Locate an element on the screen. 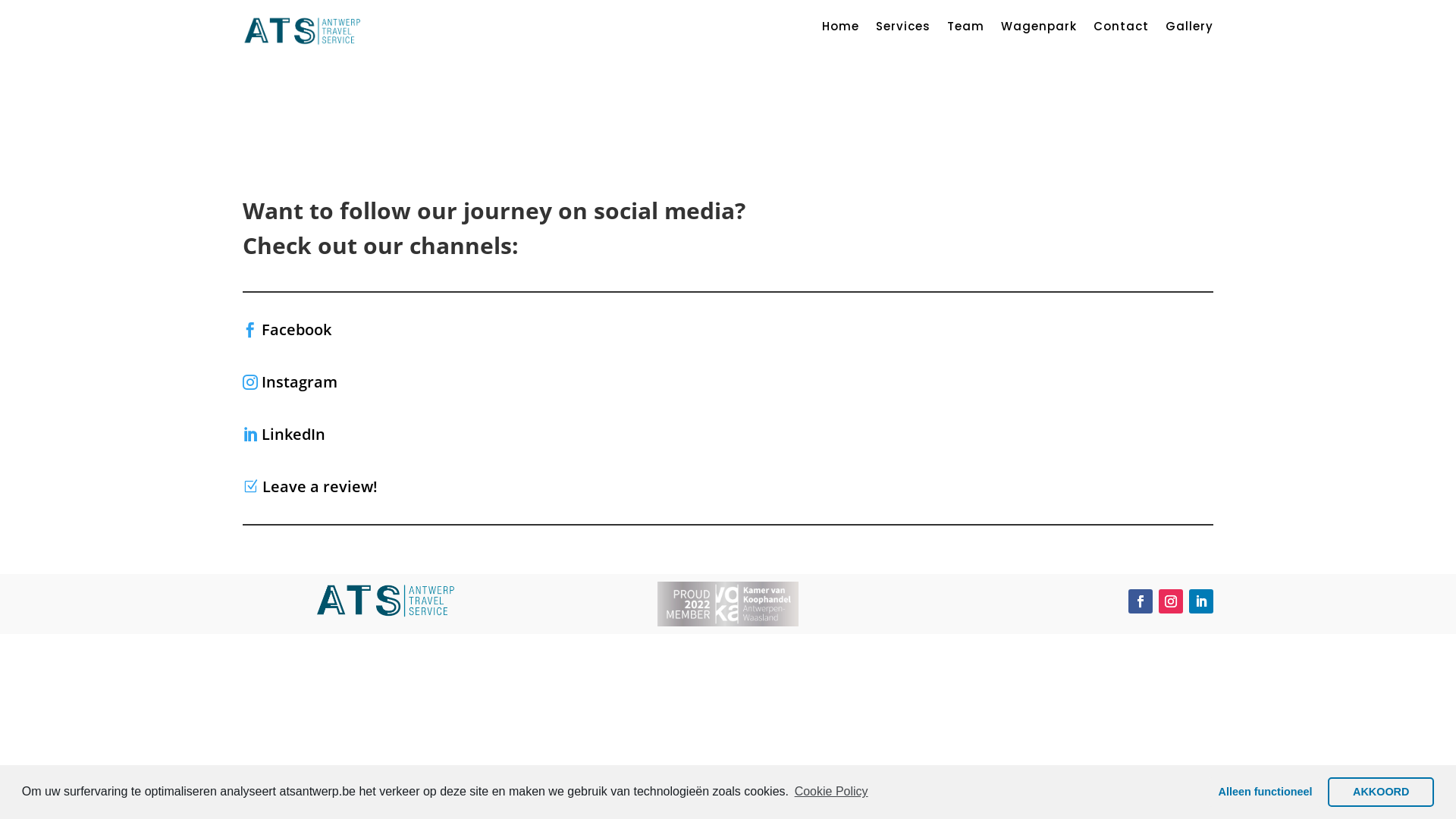 This screenshot has height=819, width=1456. 'Services' is located at coordinates (902, 29).